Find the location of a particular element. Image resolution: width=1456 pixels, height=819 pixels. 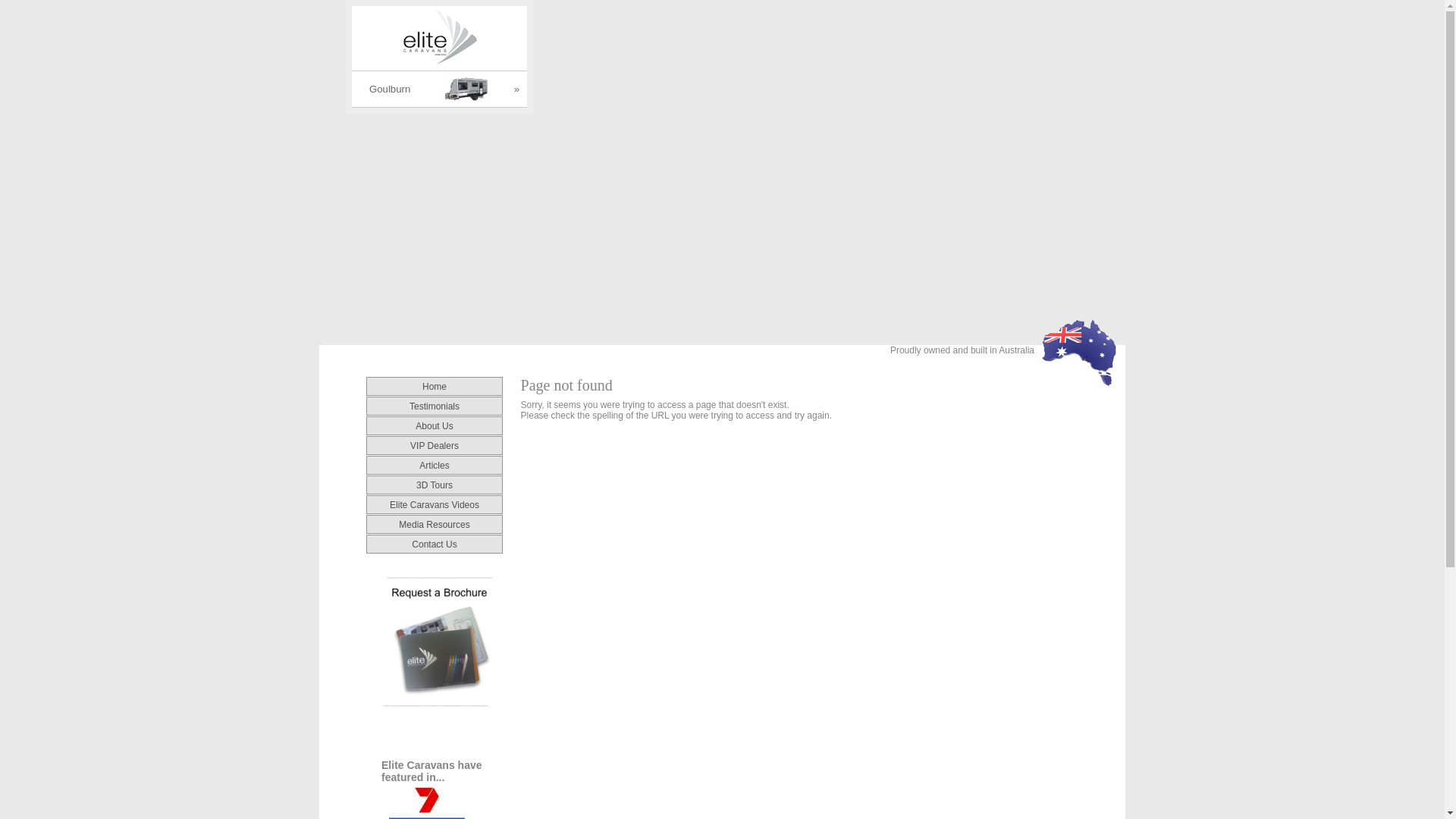

'VIP Dealers' is located at coordinates (433, 444).